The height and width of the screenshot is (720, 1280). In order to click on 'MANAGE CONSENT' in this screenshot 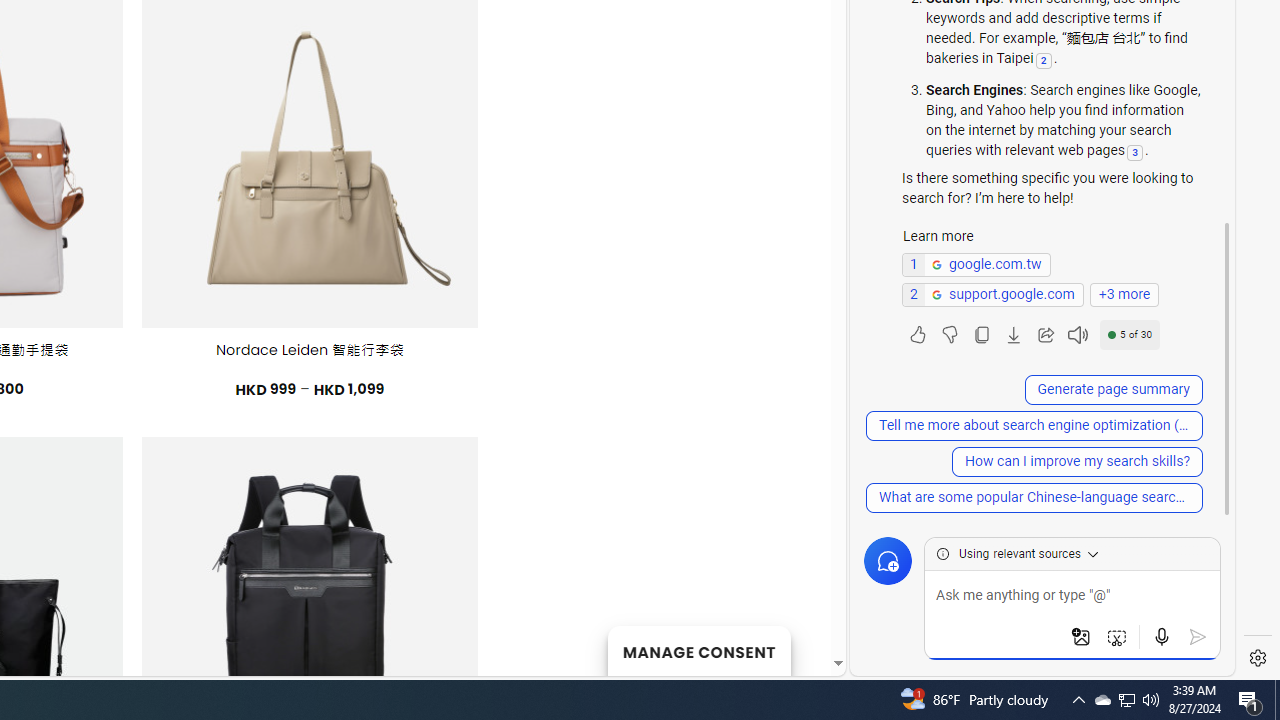, I will do `click(698, 650)`.